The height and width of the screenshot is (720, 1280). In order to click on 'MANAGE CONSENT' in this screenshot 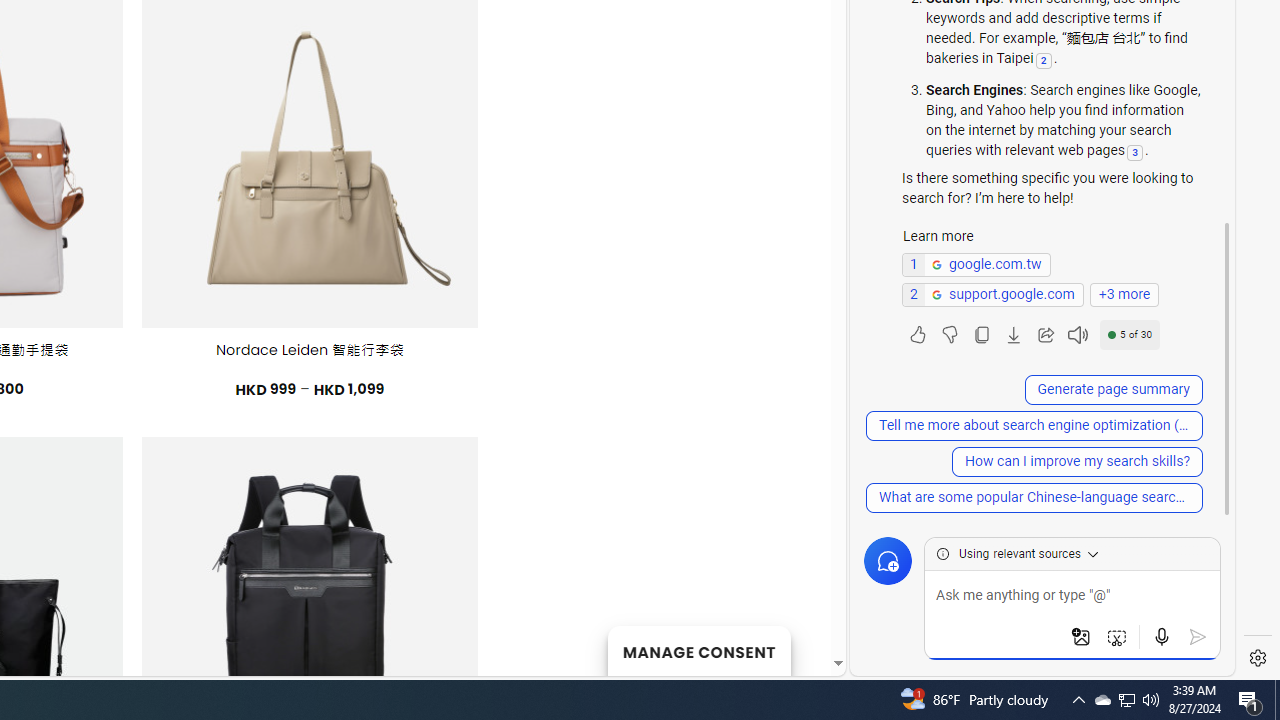, I will do `click(698, 650)`.